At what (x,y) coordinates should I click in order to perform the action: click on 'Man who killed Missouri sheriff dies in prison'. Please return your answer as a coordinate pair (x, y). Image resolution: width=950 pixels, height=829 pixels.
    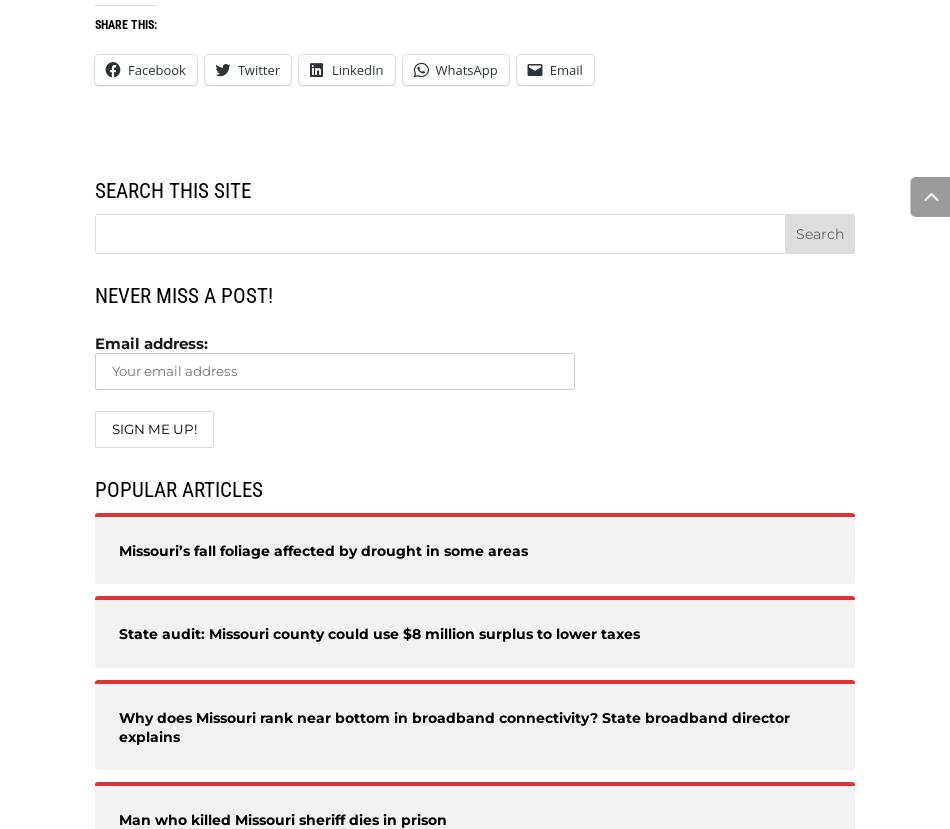
    Looking at the image, I should click on (282, 817).